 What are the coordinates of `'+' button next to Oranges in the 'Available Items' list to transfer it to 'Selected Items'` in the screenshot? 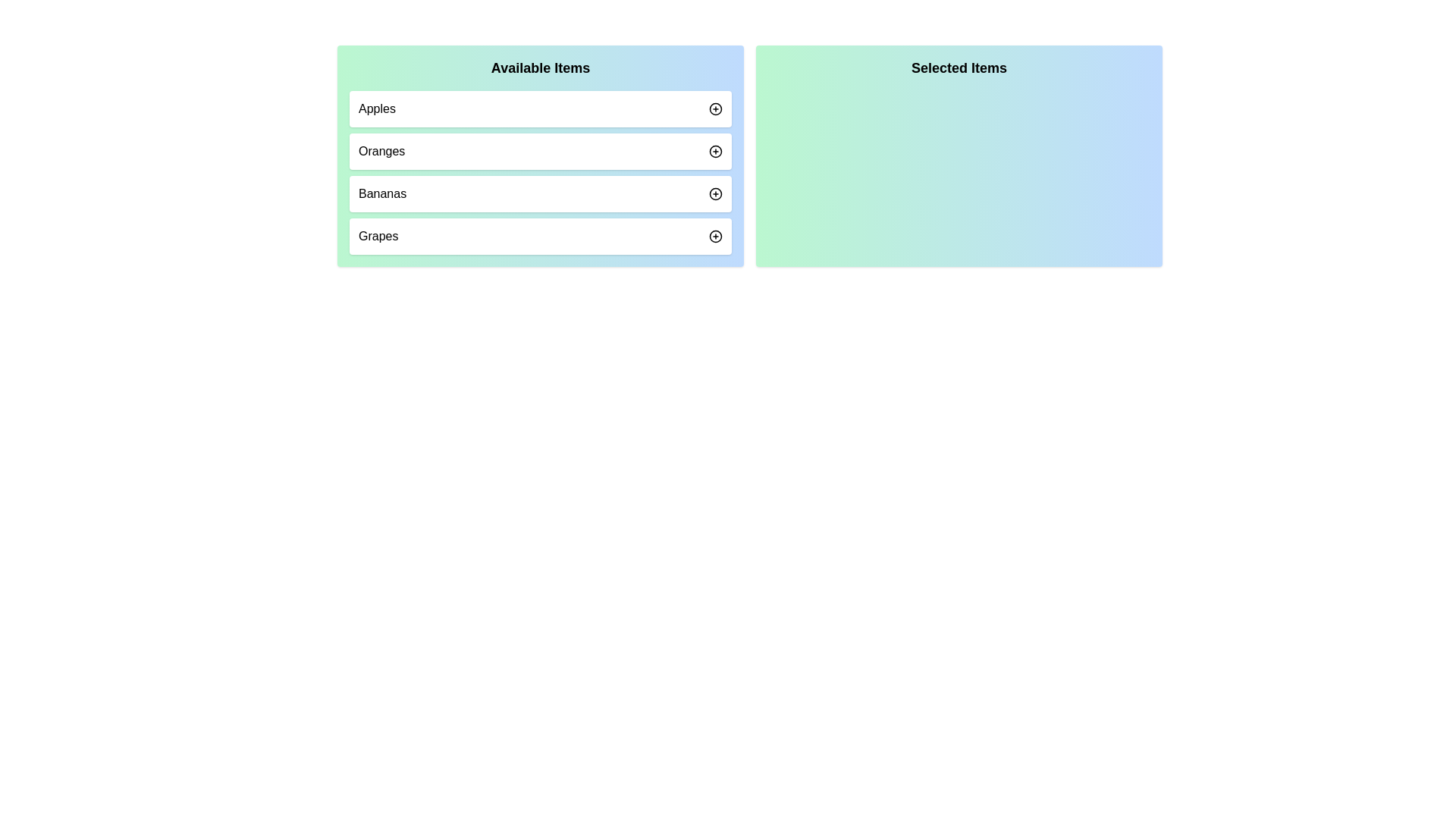 It's located at (715, 152).